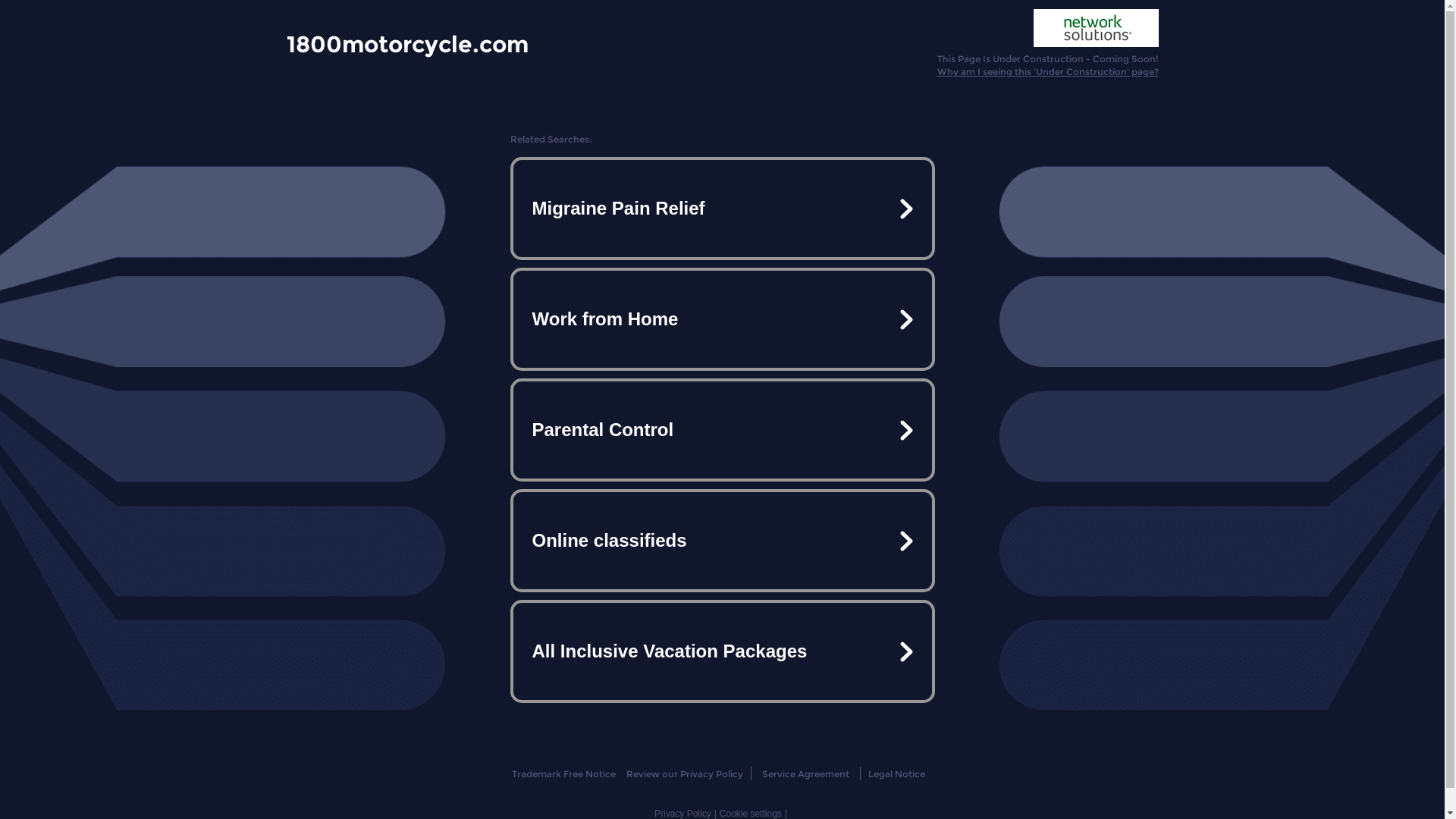 The image size is (1456, 819). What do you see at coordinates (896, 773) in the screenshot?
I see `'Legal Notice'` at bounding box center [896, 773].